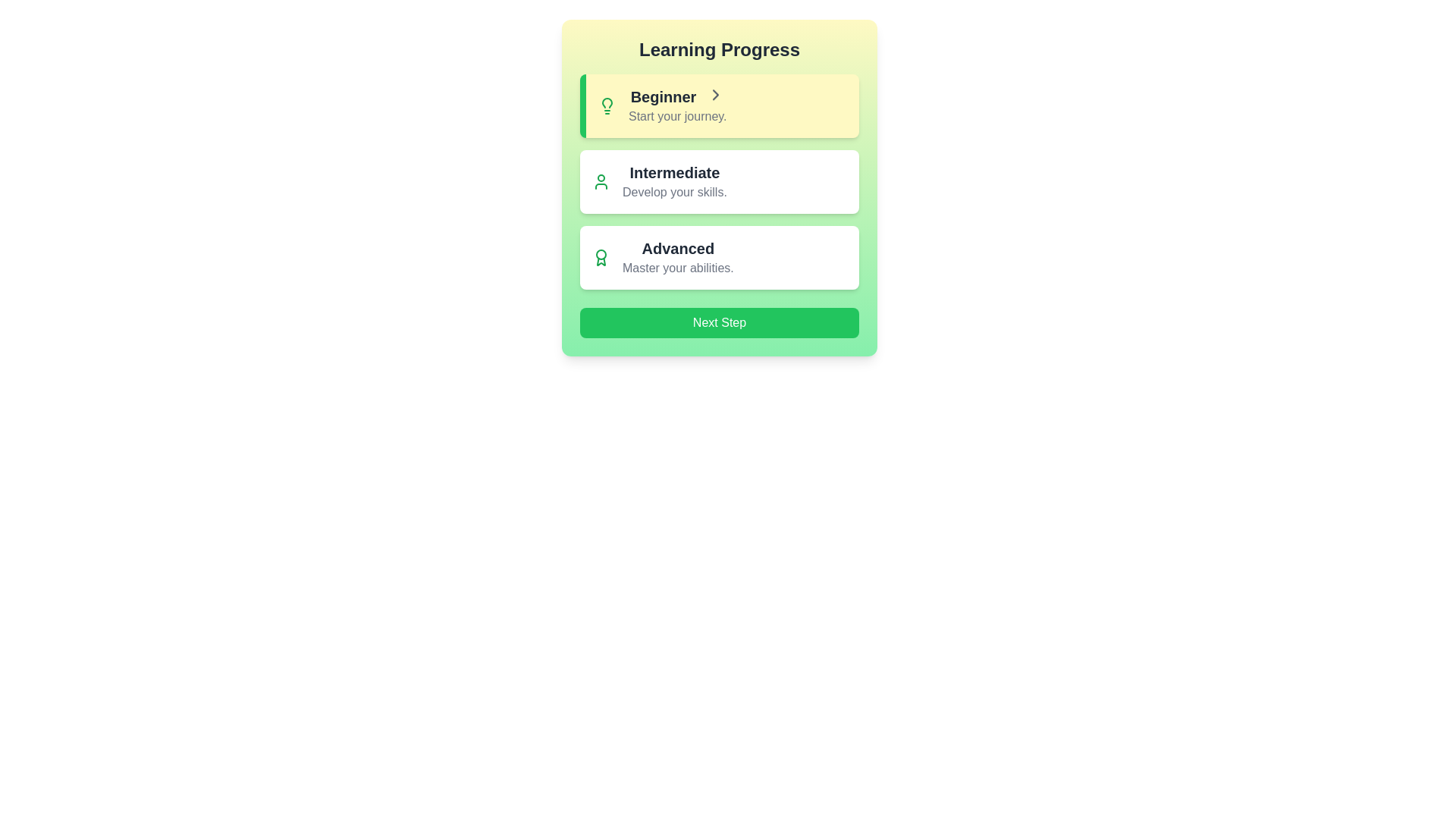  Describe the element at coordinates (714, 96) in the screenshot. I see `the Chevron Right icon indicating forward navigation in the 'Beginner' section, located at the end of the line containing the text 'Beginner'` at that location.